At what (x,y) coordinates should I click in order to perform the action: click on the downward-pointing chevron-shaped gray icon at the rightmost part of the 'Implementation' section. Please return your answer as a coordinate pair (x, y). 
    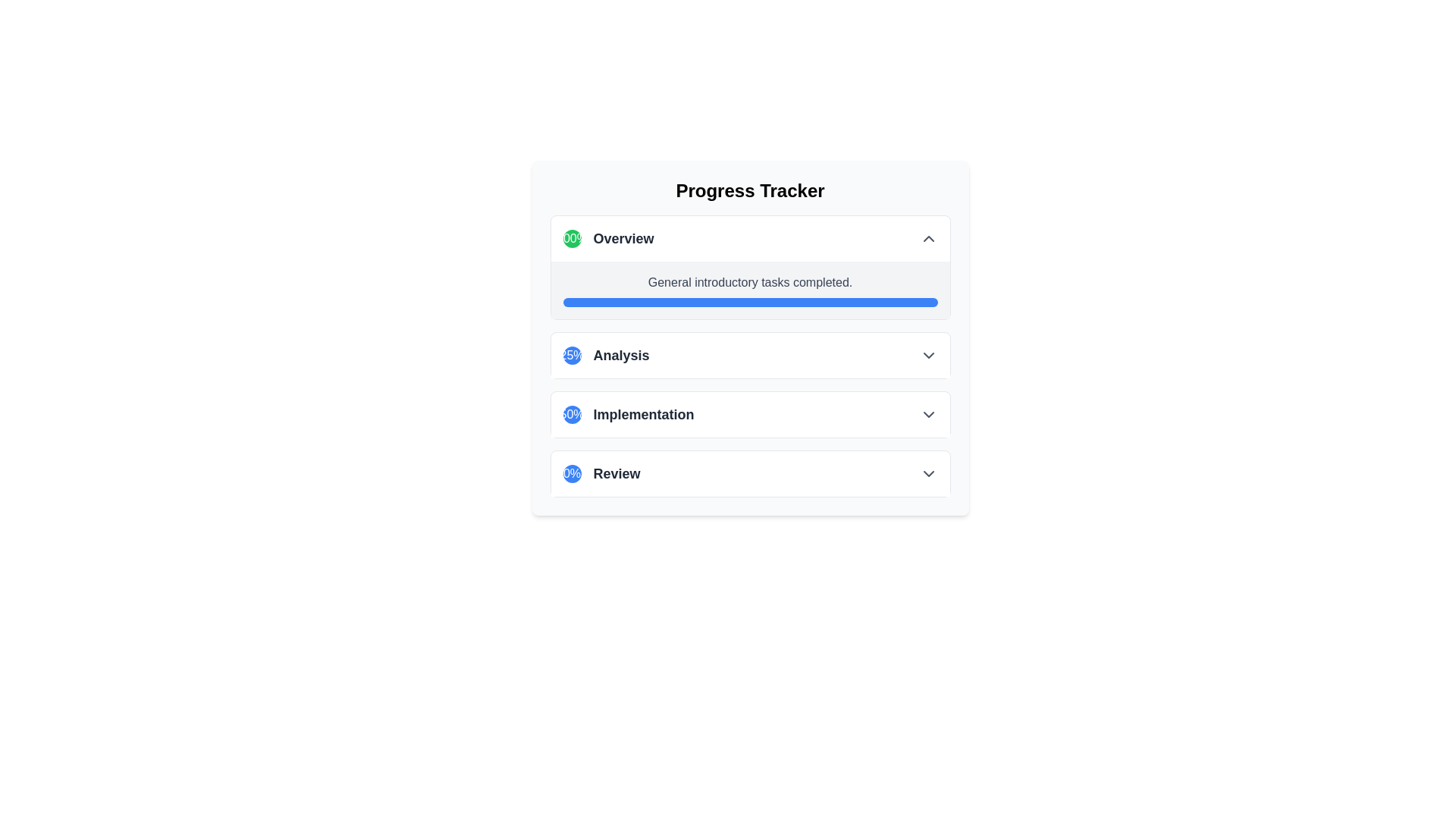
    Looking at the image, I should click on (927, 415).